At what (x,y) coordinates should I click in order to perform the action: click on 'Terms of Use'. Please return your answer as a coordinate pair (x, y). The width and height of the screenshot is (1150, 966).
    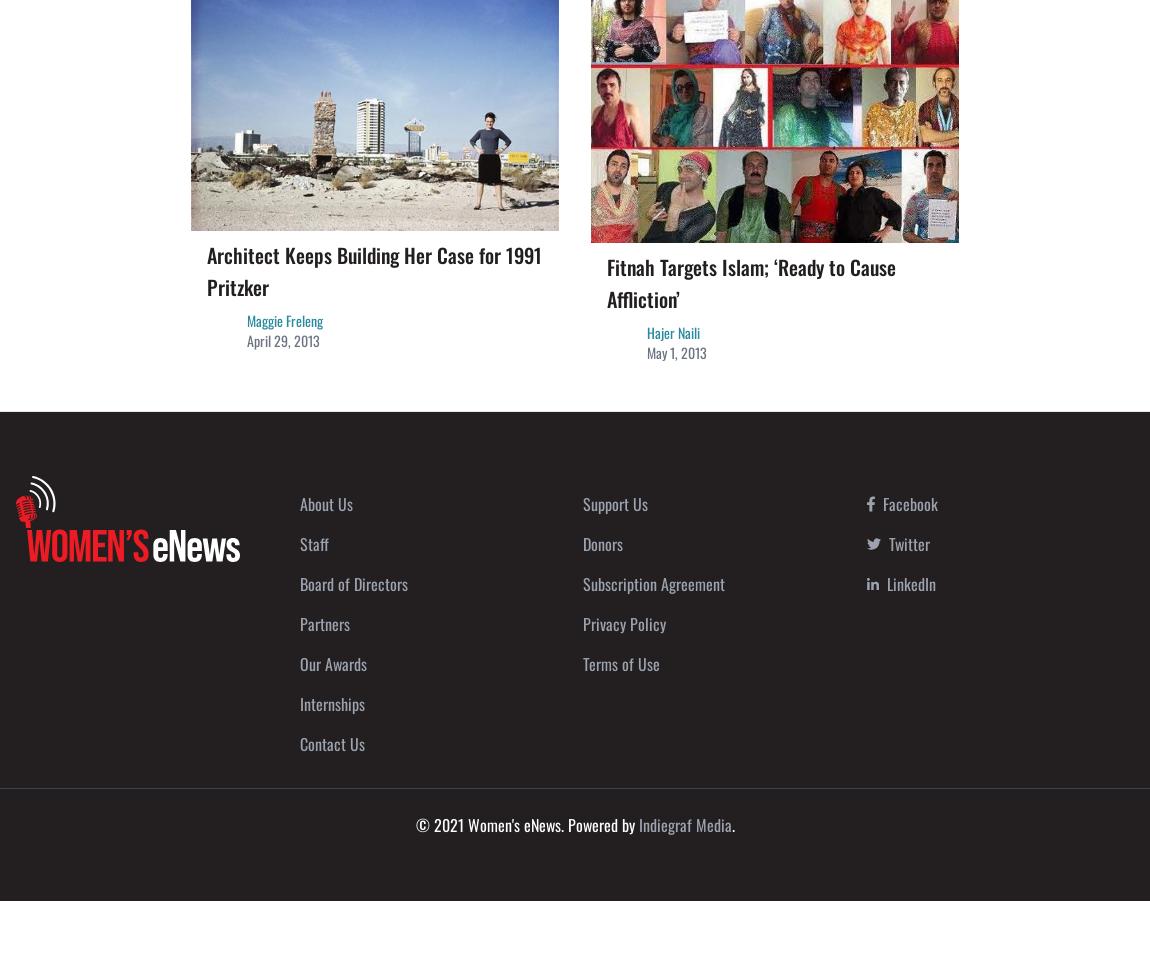
    Looking at the image, I should click on (620, 662).